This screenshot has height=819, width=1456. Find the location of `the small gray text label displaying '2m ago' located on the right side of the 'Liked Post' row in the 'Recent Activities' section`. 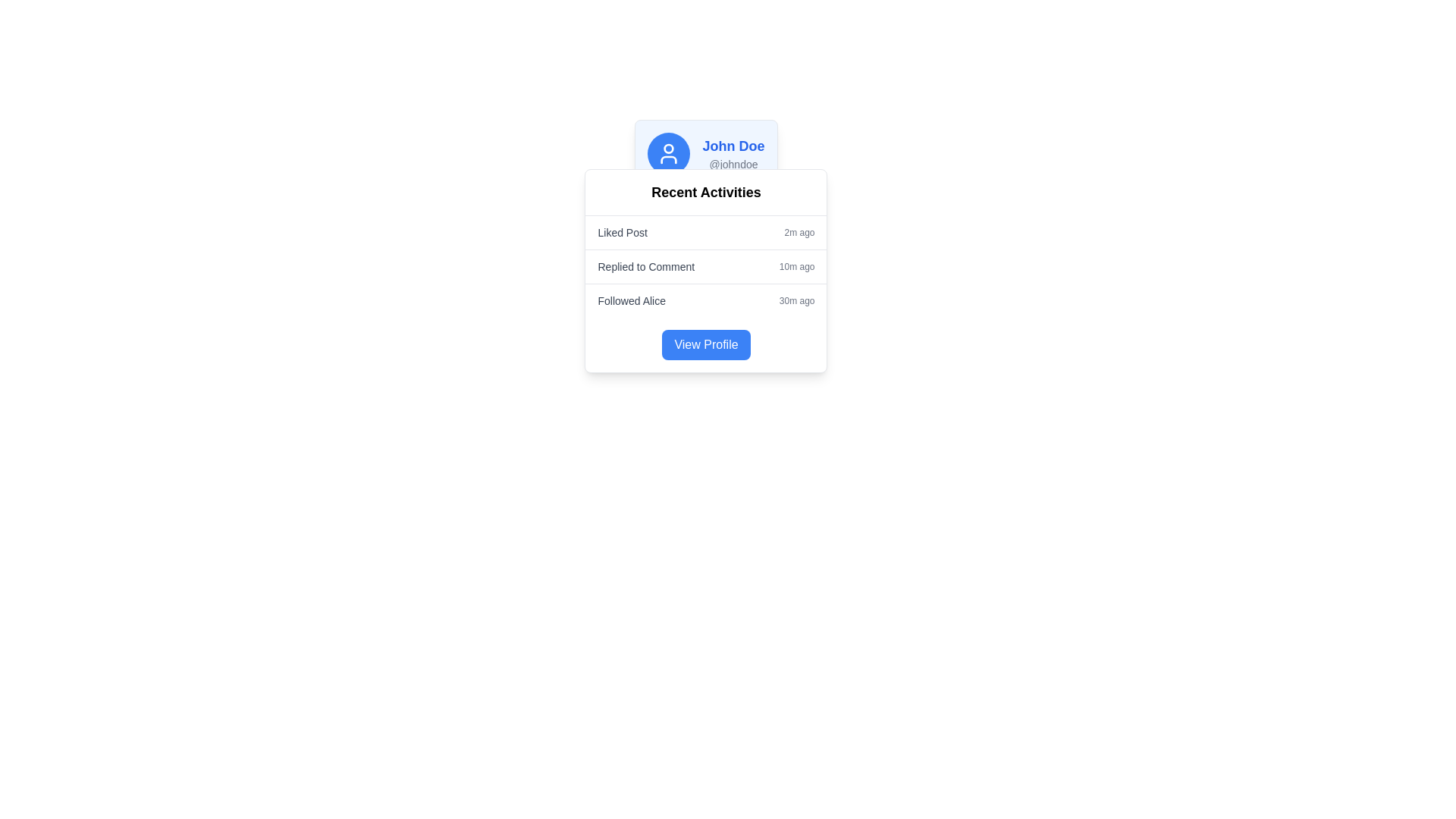

the small gray text label displaying '2m ago' located on the right side of the 'Liked Post' row in the 'Recent Activities' section is located at coordinates (799, 233).